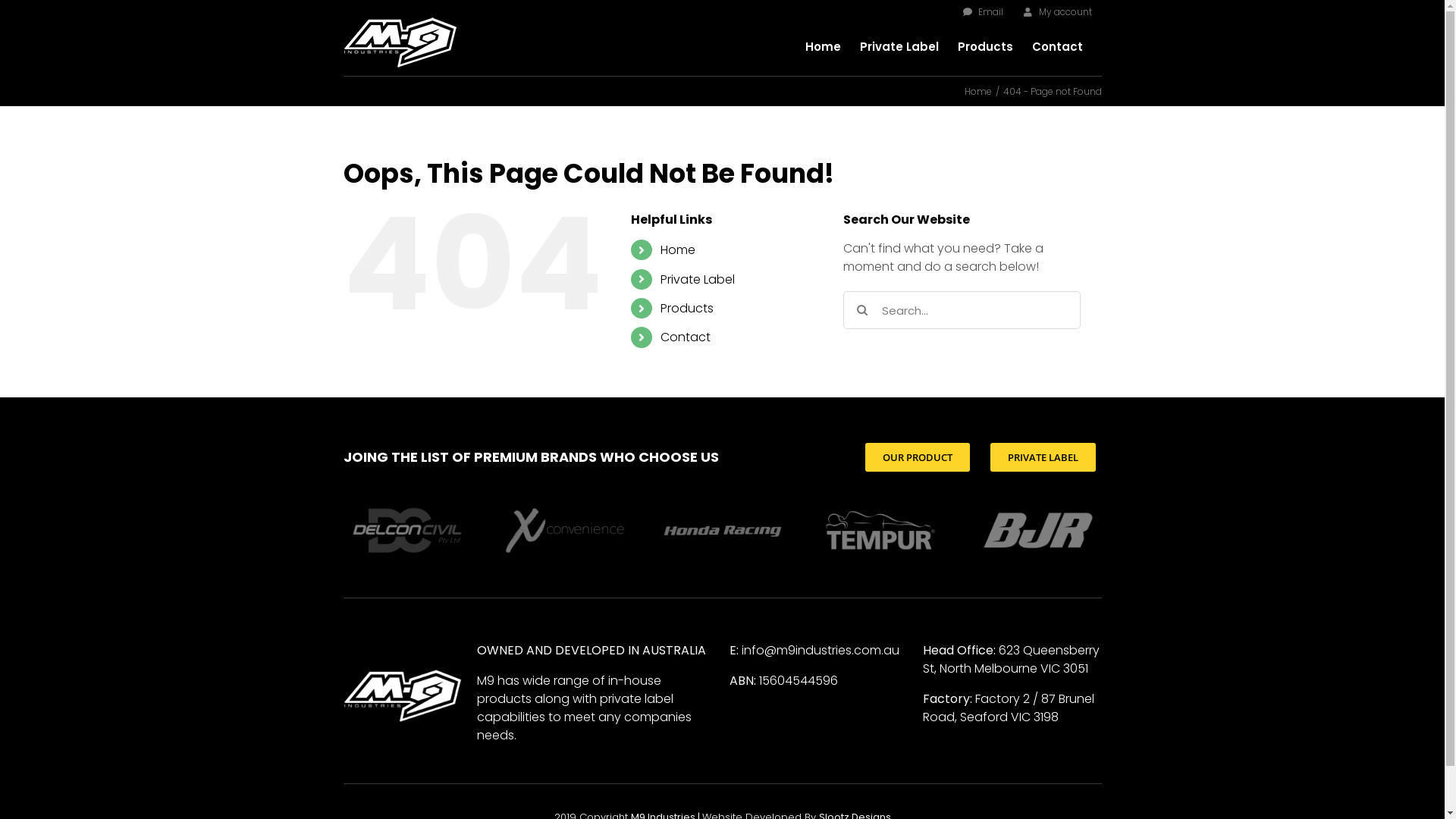 This screenshot has height=819, width=1456. Describe the element at coordinates (563, 529) in the screenshot. I see `'Partner-Logo-X-Convenience@2x'` at that location.